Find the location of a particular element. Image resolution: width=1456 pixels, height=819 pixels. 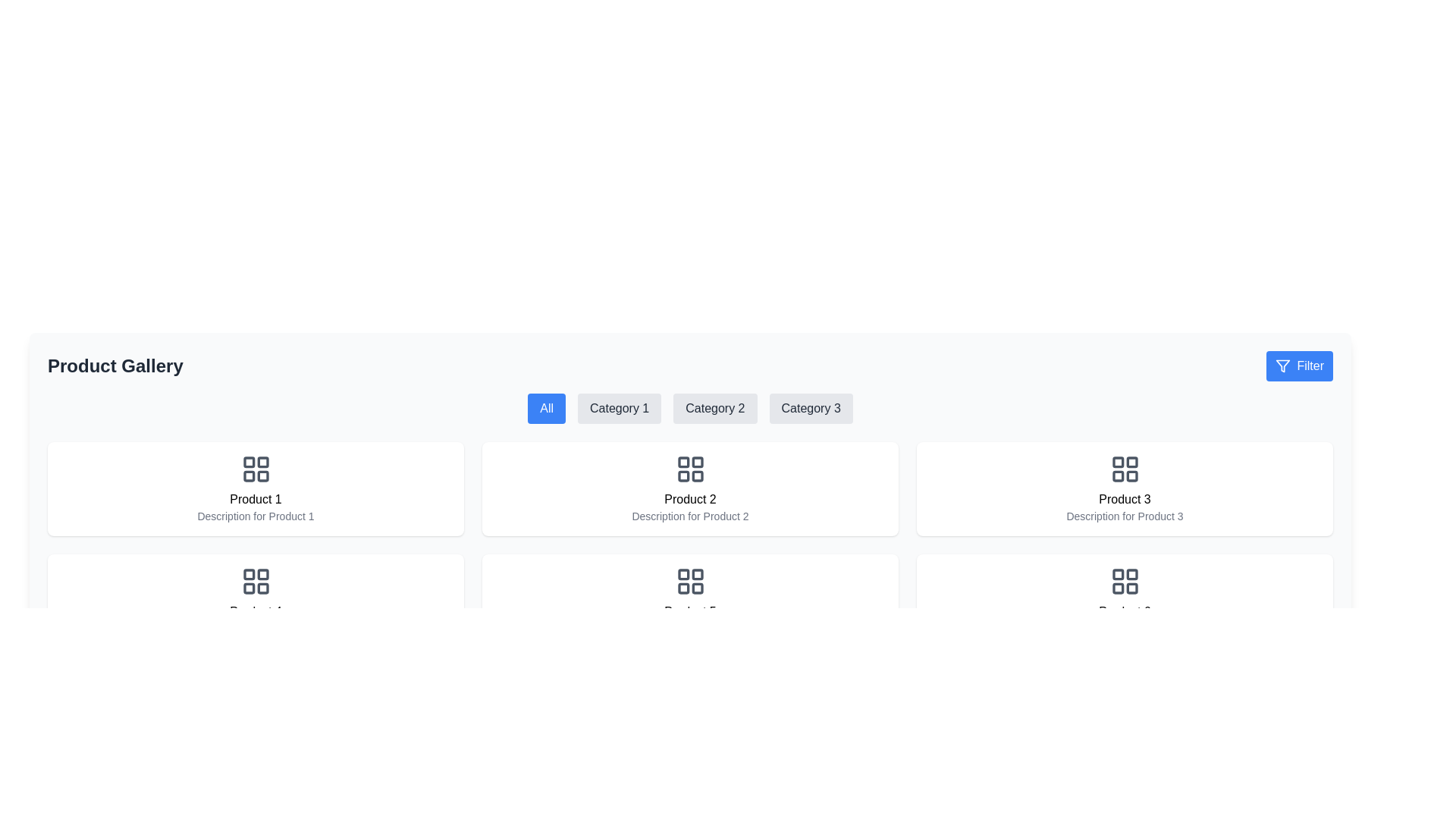

the filter icon located near the top-right corner of the interface, to the left of the word 'Filter', which is part of the interactive filter button is located at coordinates (1282, 366).